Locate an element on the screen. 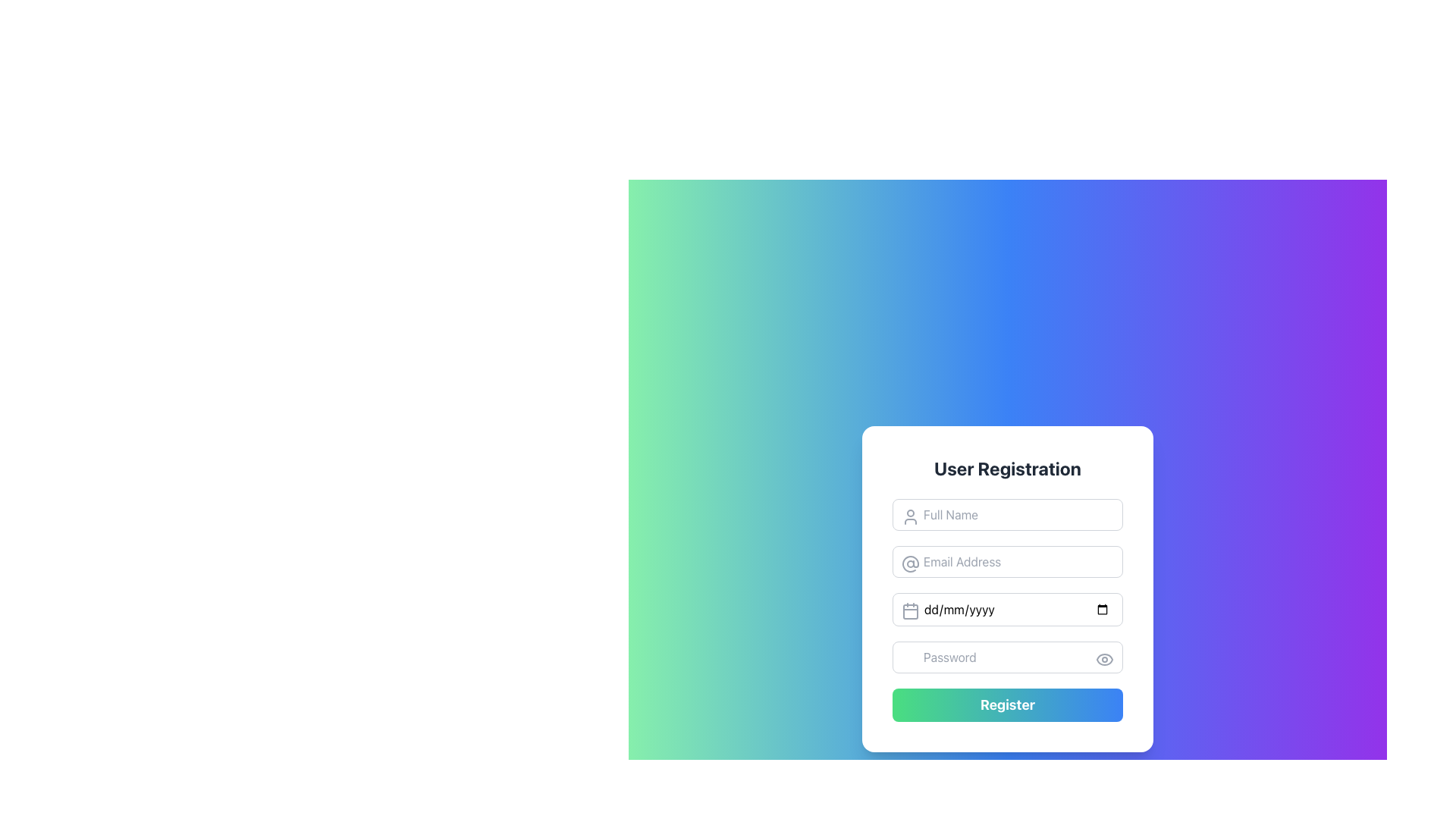 The image size is (1456, 819). the '@' symbol icon that indicates the email address entry in the registration form is located at coordinates (910, 564).